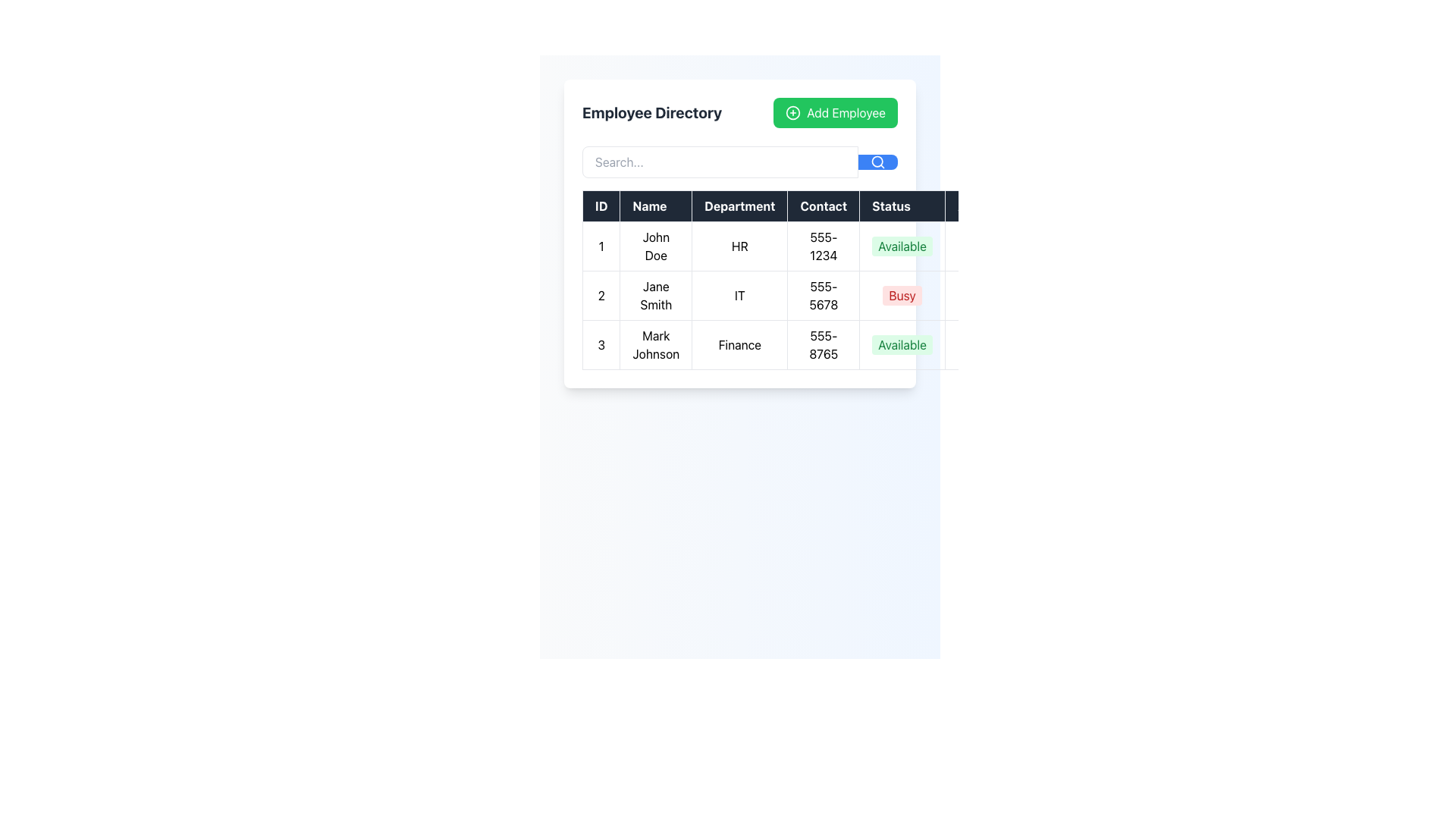  I want to click on the 'Available' Text Indicator located in the rightmost column of the table under the 'Status' header, corresponding to the first row, so click(902, 245).